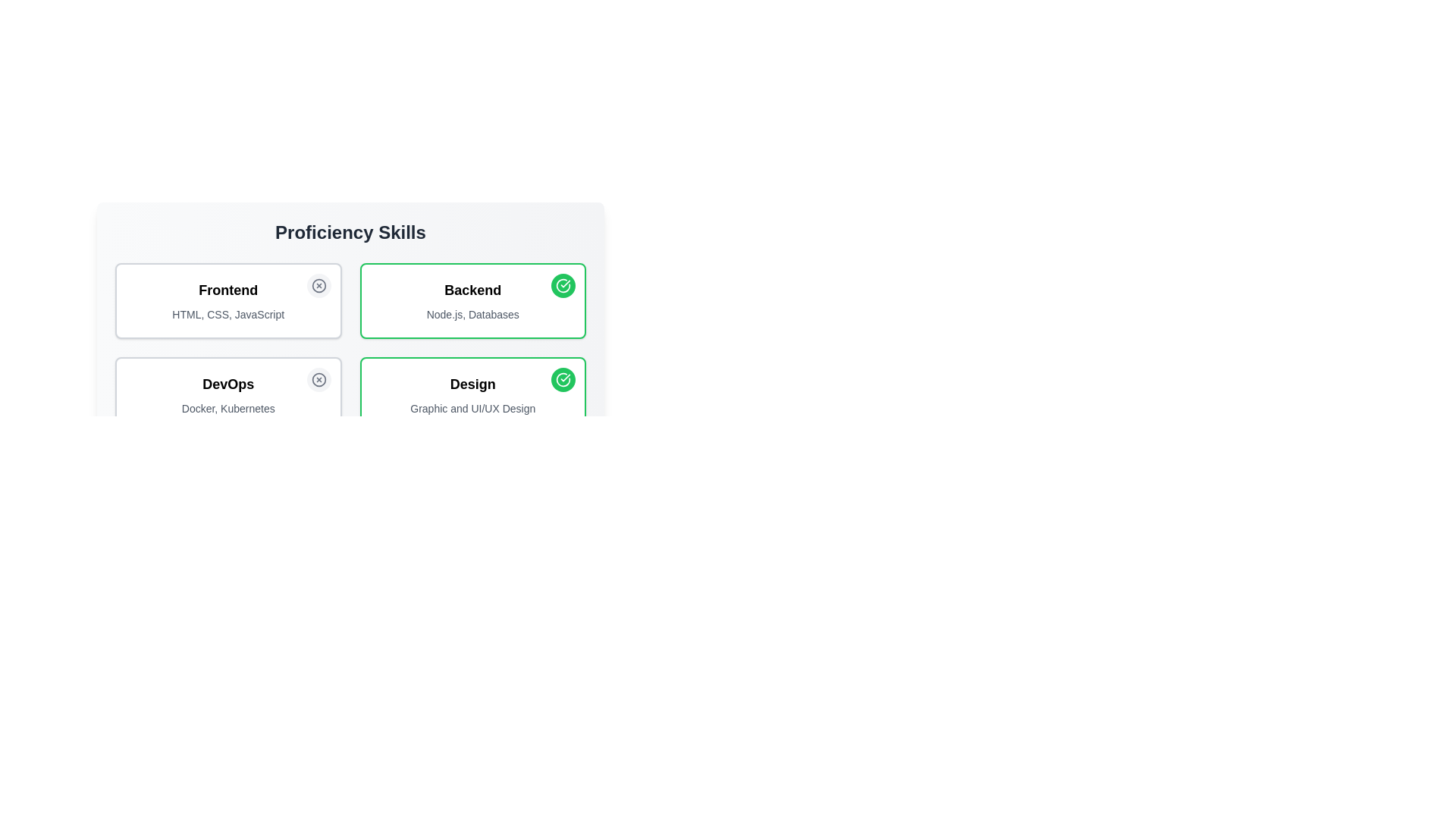 The image size is (1456, 819). Describe the element at coordinates (318, 286) in the screenshot. I see `the skill associated with Frontend` at that location.